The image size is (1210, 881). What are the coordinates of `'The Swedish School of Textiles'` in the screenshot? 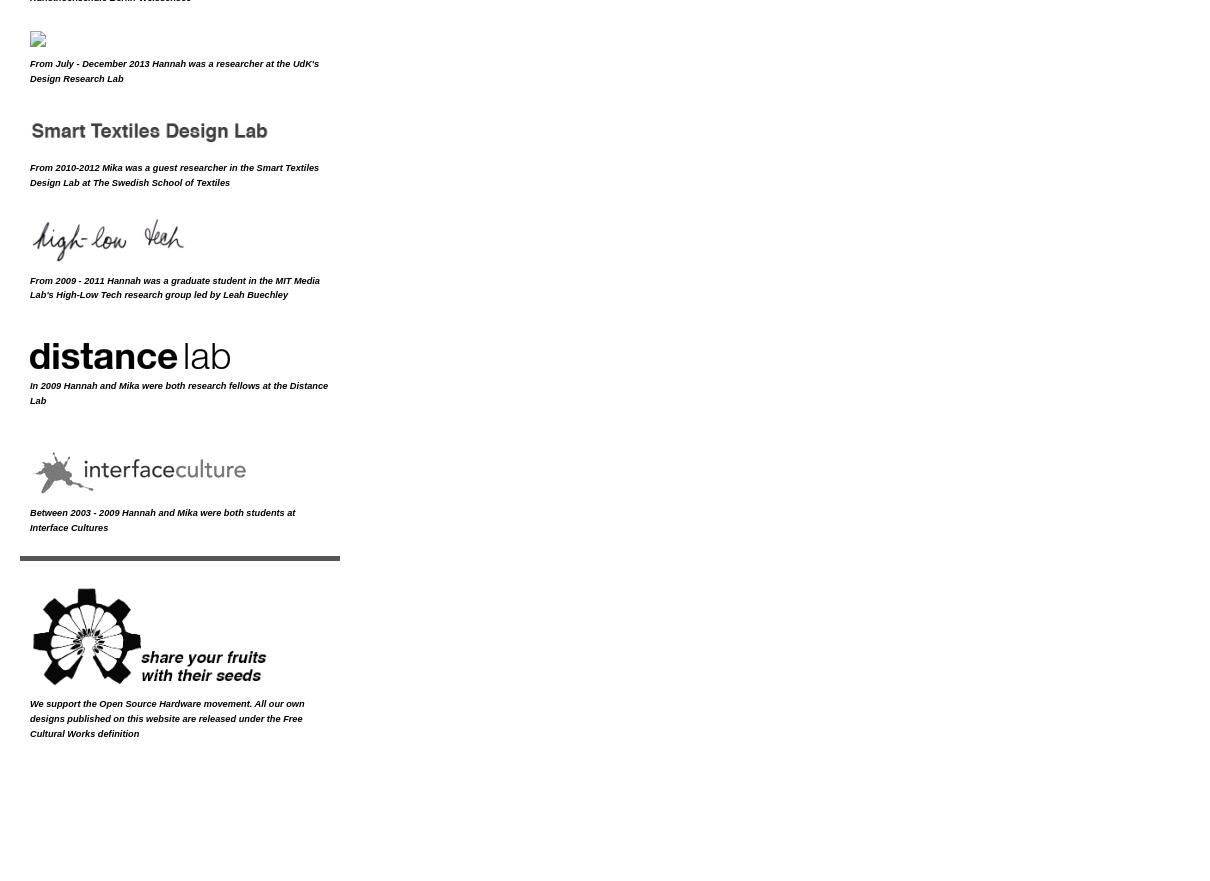 It's located at (161, 182).